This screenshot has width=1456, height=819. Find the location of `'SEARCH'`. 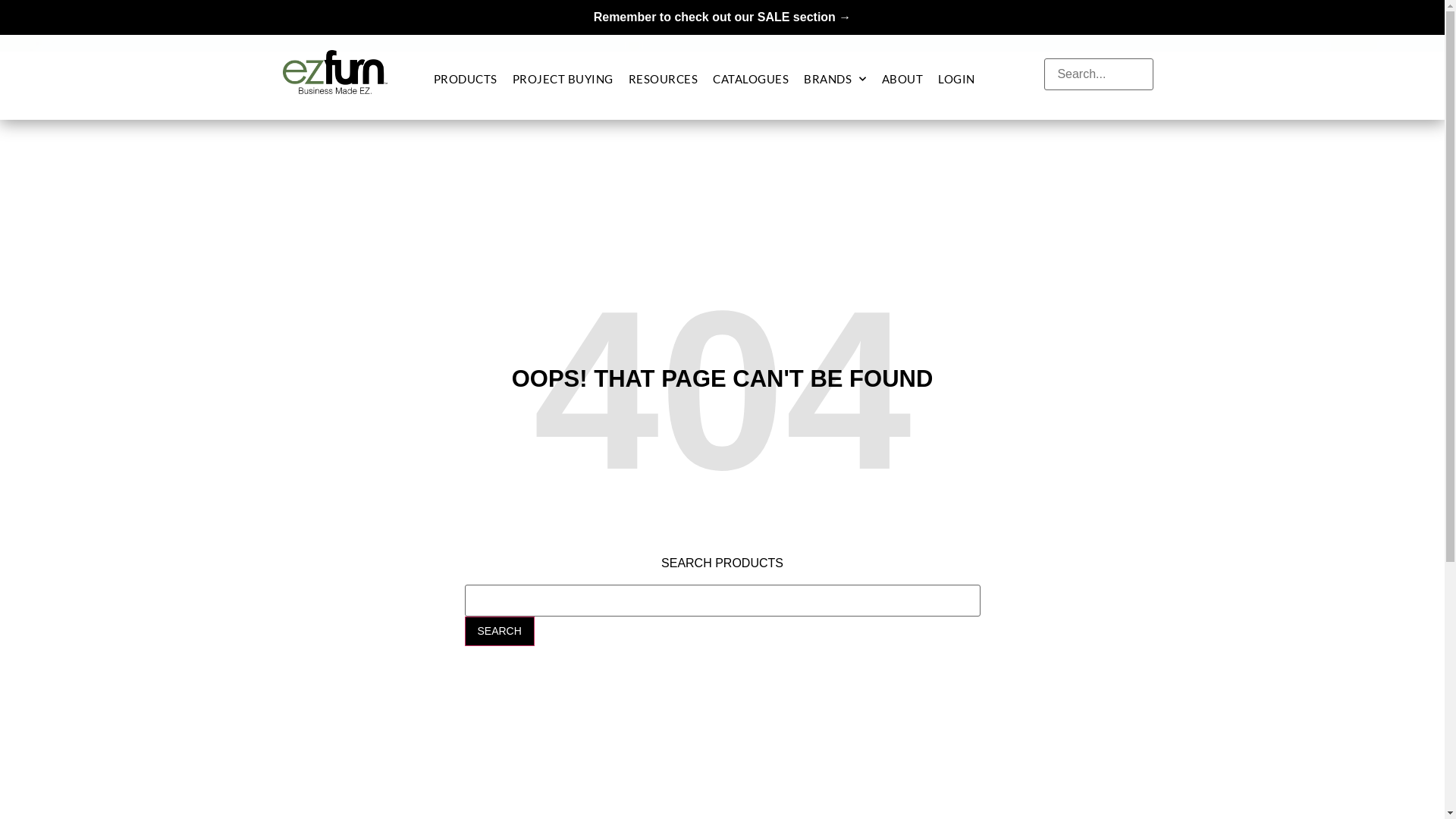

'SEARCH' is located at coordinates (498, 630).